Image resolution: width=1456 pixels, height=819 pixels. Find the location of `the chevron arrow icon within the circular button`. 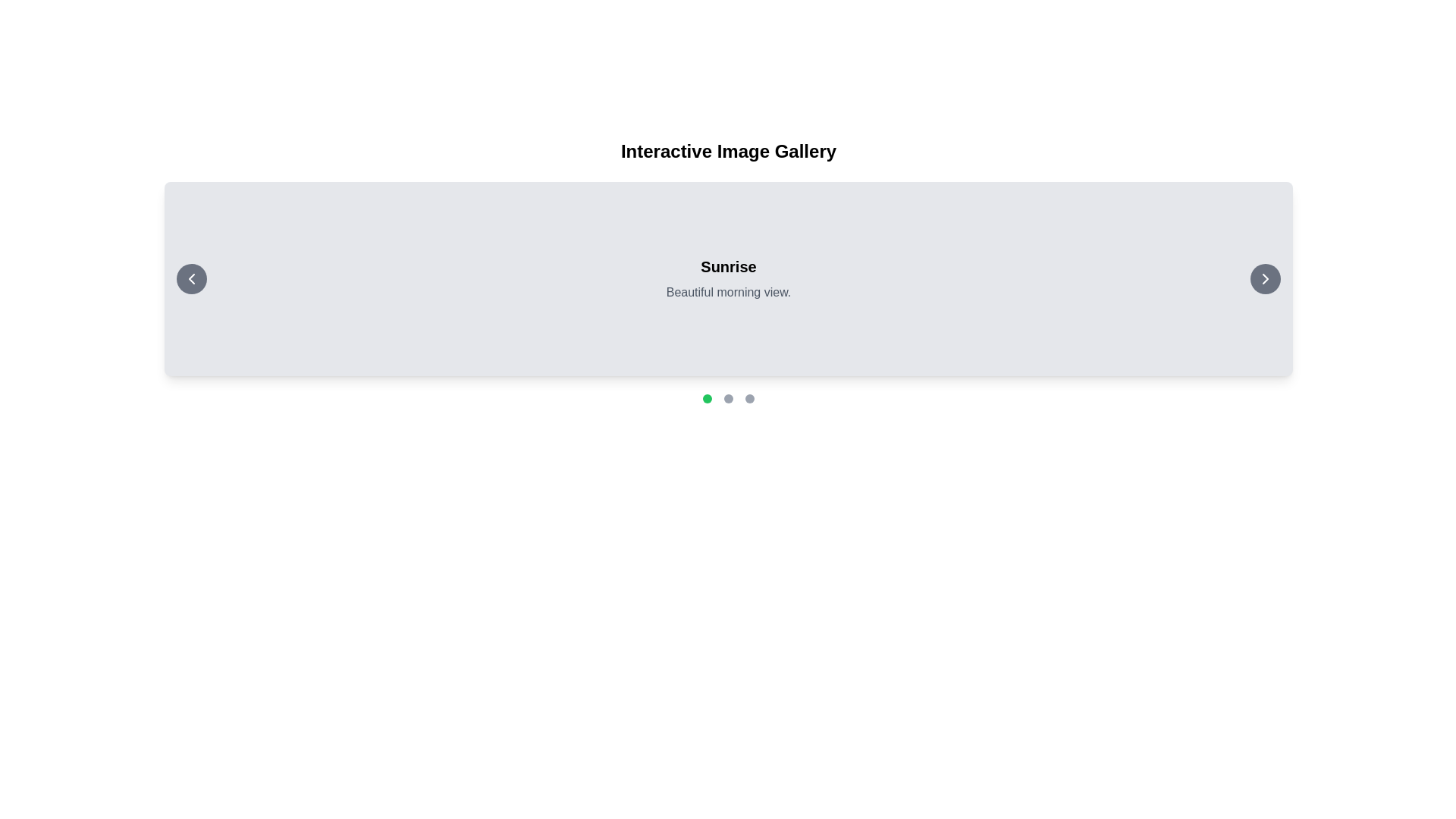

the chevron arrow icon within the circular button is located at coordinates (1266, 278).